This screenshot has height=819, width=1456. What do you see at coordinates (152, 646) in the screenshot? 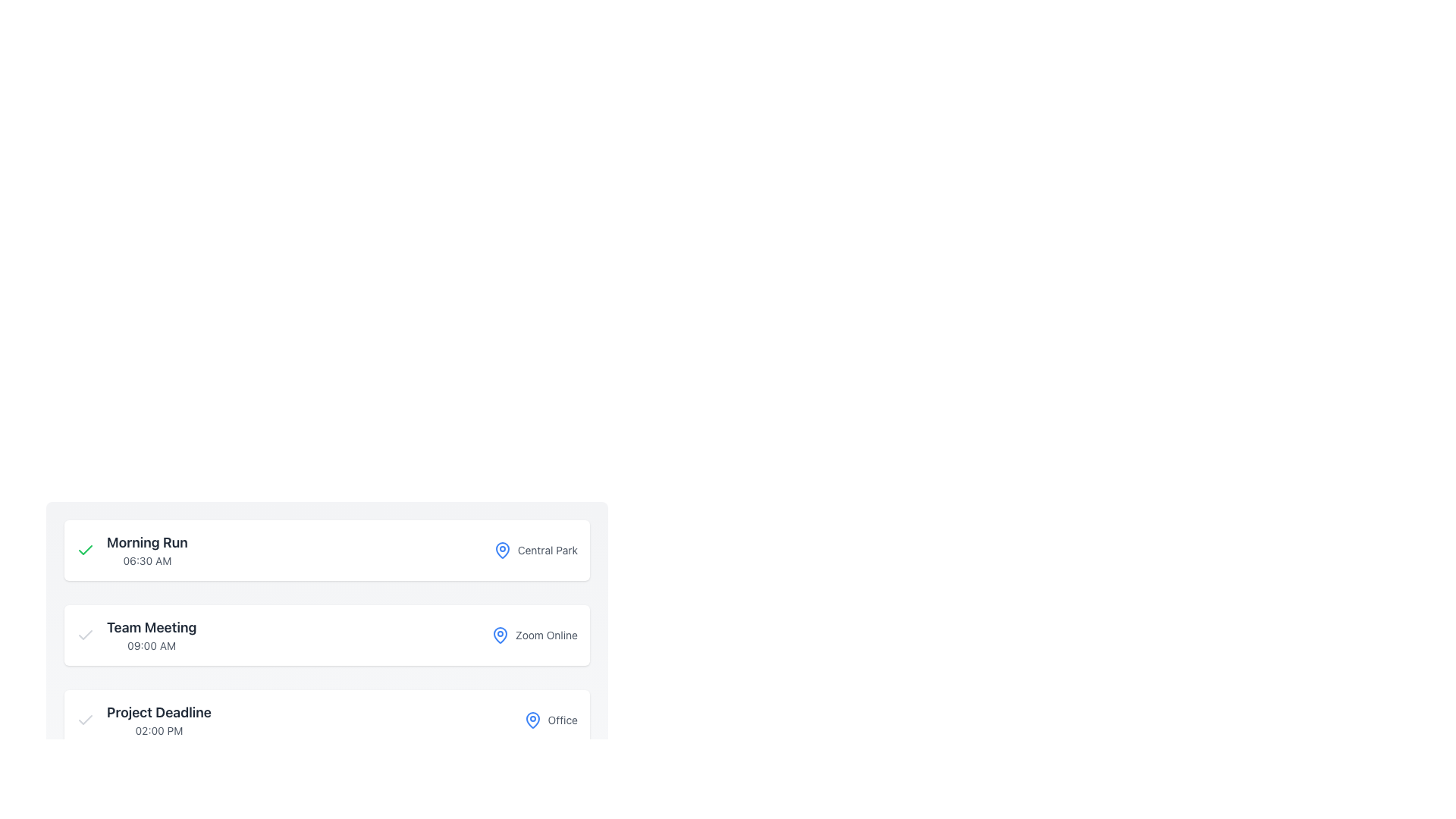
I see `the TextLabel that indicates the scheduled time of the 'Team Meeting' event, which is positioned below the title text and aligned towards the center of the entry` at bounding box center [152, 646].